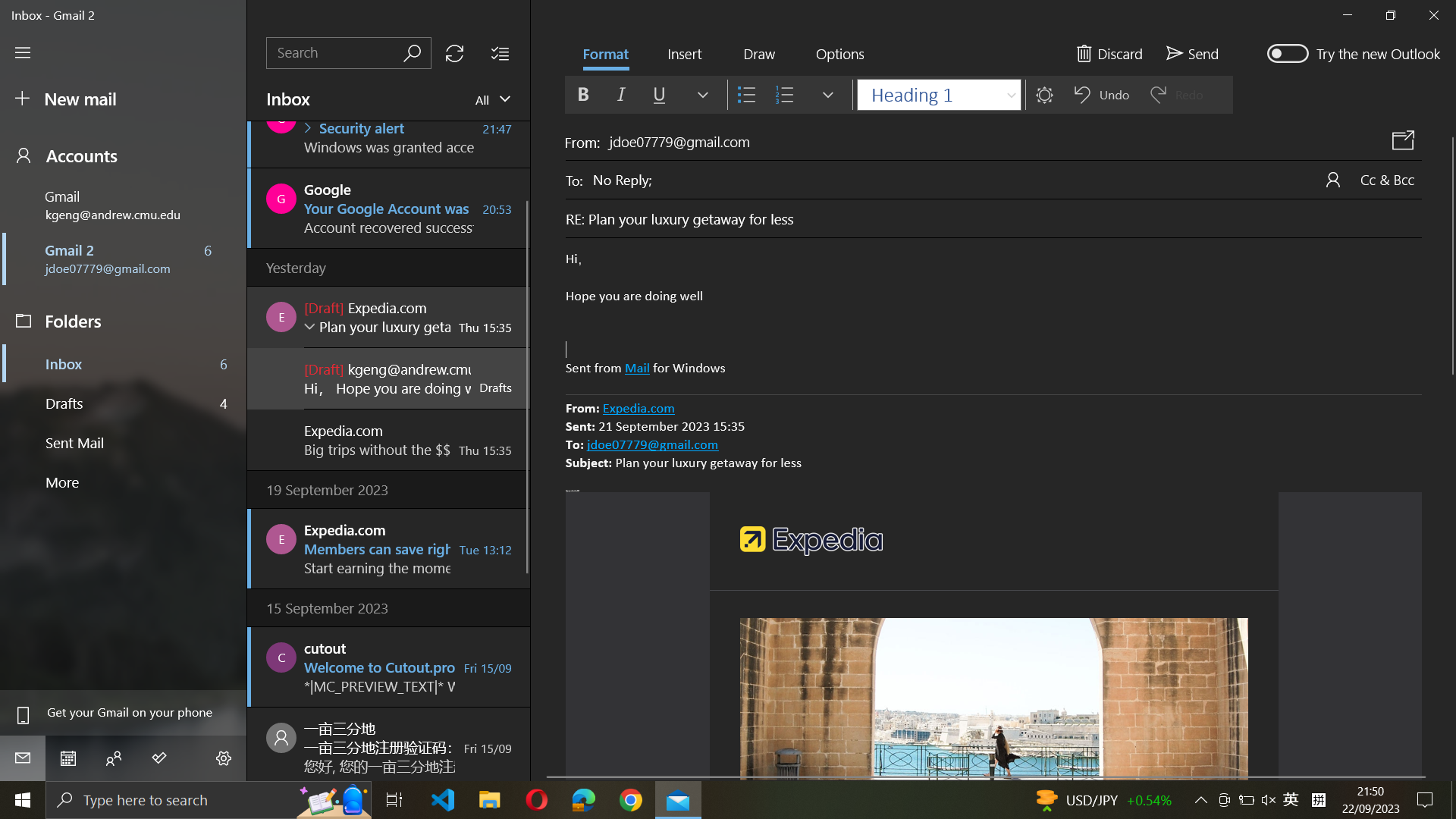 Image resolution: width=1456 pixels, height=819 pixels. Describe the element at coordinates (993, 314) in the screenshot. I see `Highlight the entire text in the email content and make it underlined` at that location.